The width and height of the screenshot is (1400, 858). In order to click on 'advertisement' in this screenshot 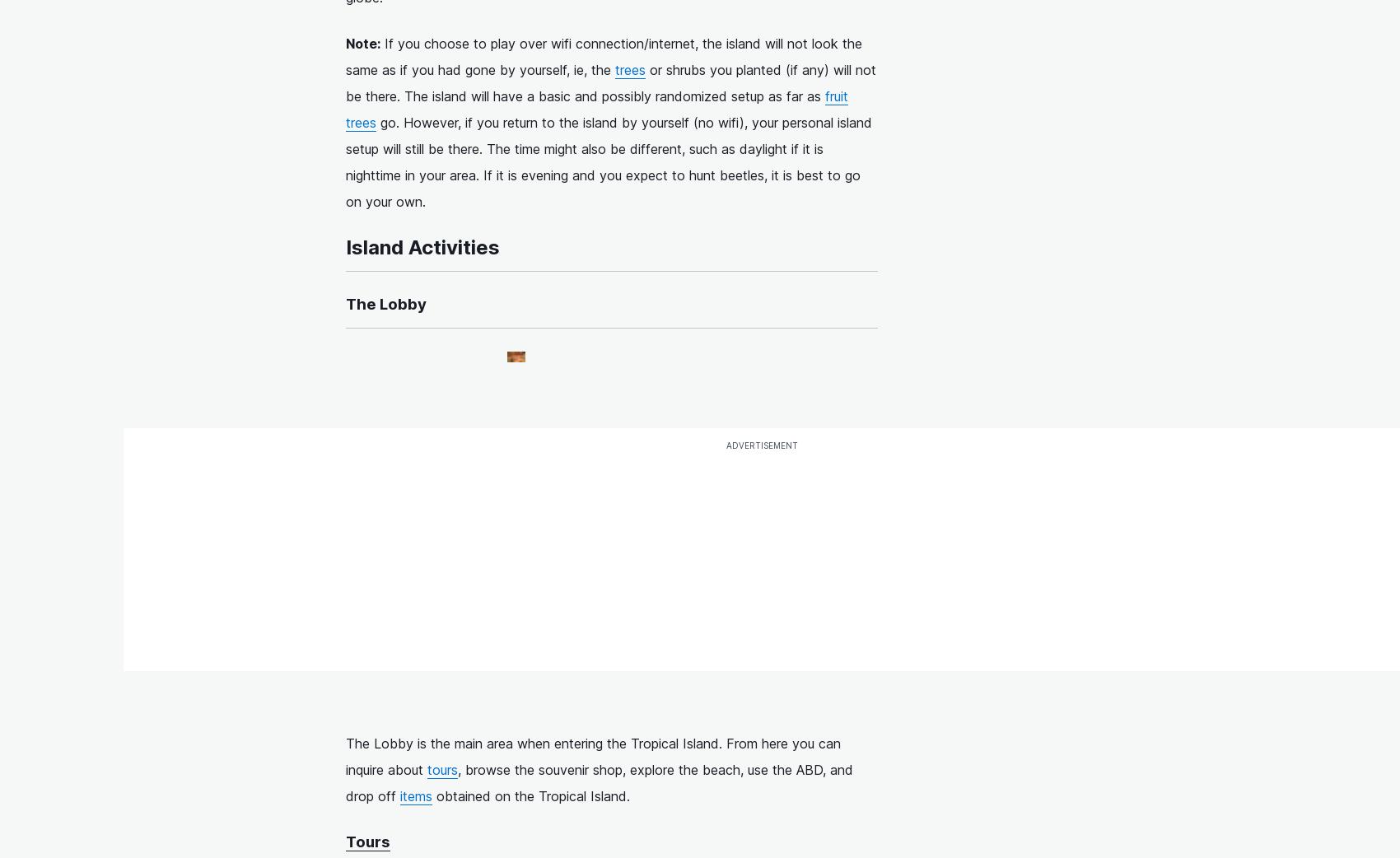, I will do `click(761, 443)`.